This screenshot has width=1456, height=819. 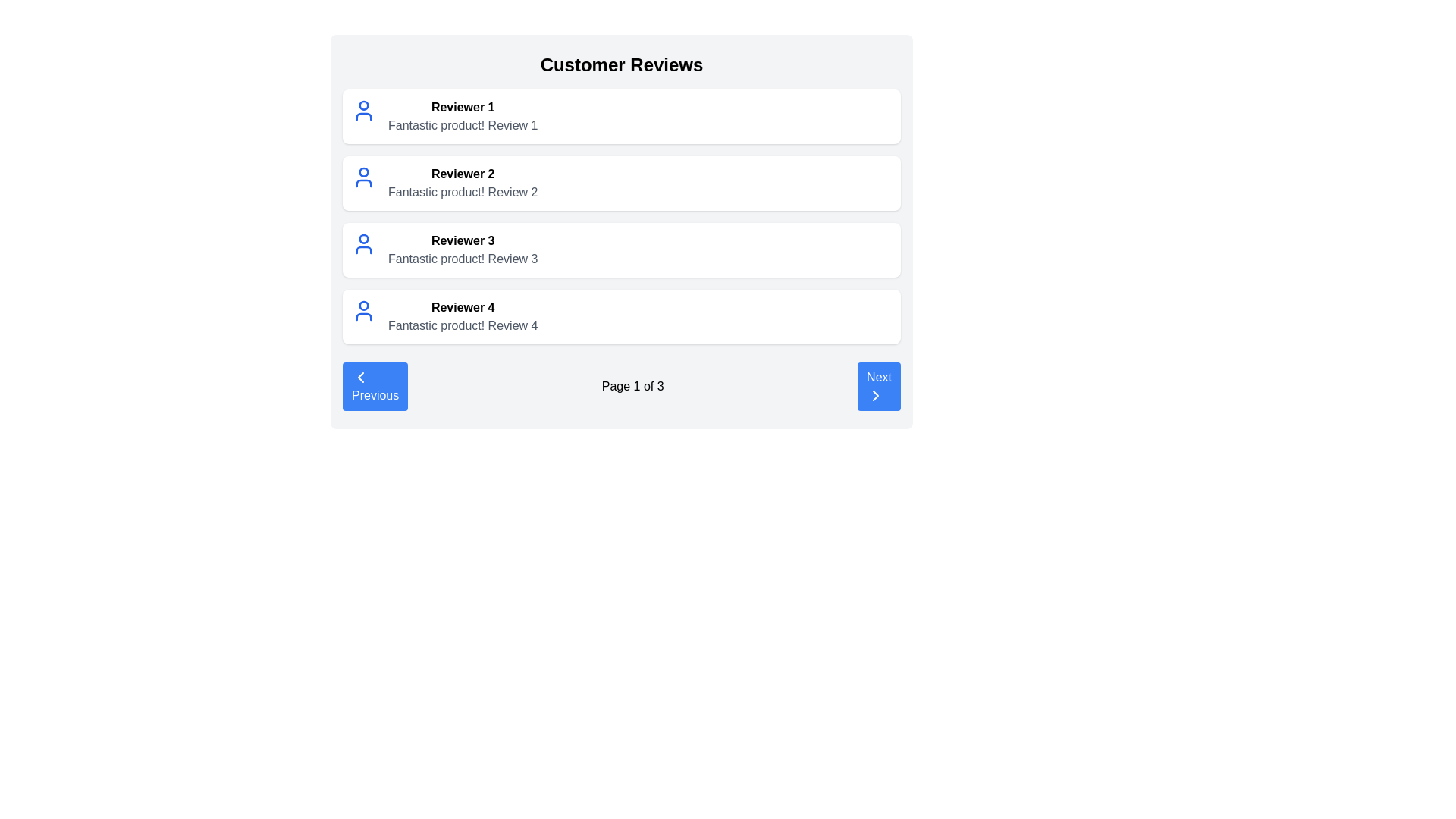 I want to click on the right-pointing chevron icon on the blue circular button located within the 'Next' button, so click(x=876, y=394).